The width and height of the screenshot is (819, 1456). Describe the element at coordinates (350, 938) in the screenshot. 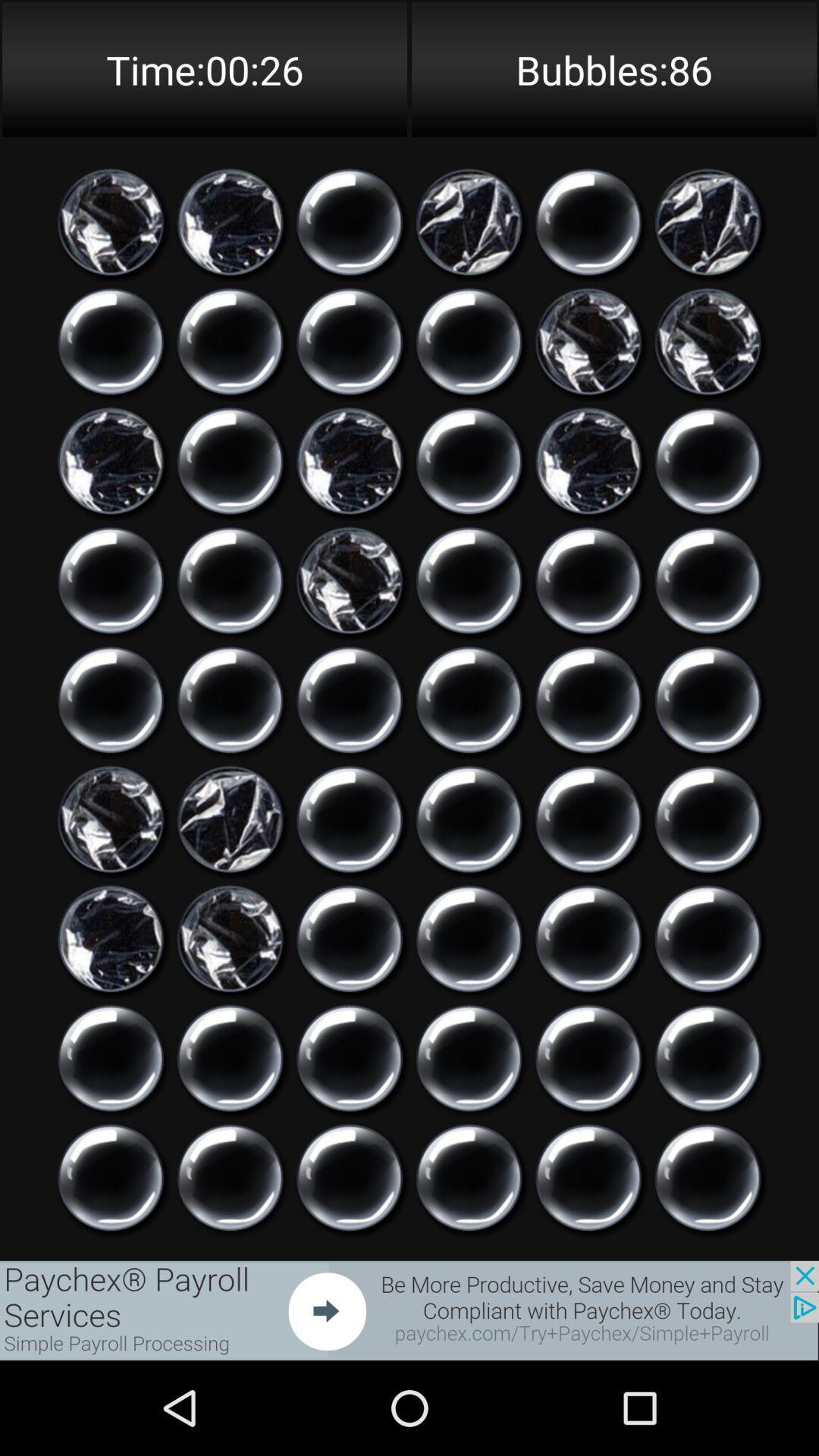

I see `pop bubble` at that location.